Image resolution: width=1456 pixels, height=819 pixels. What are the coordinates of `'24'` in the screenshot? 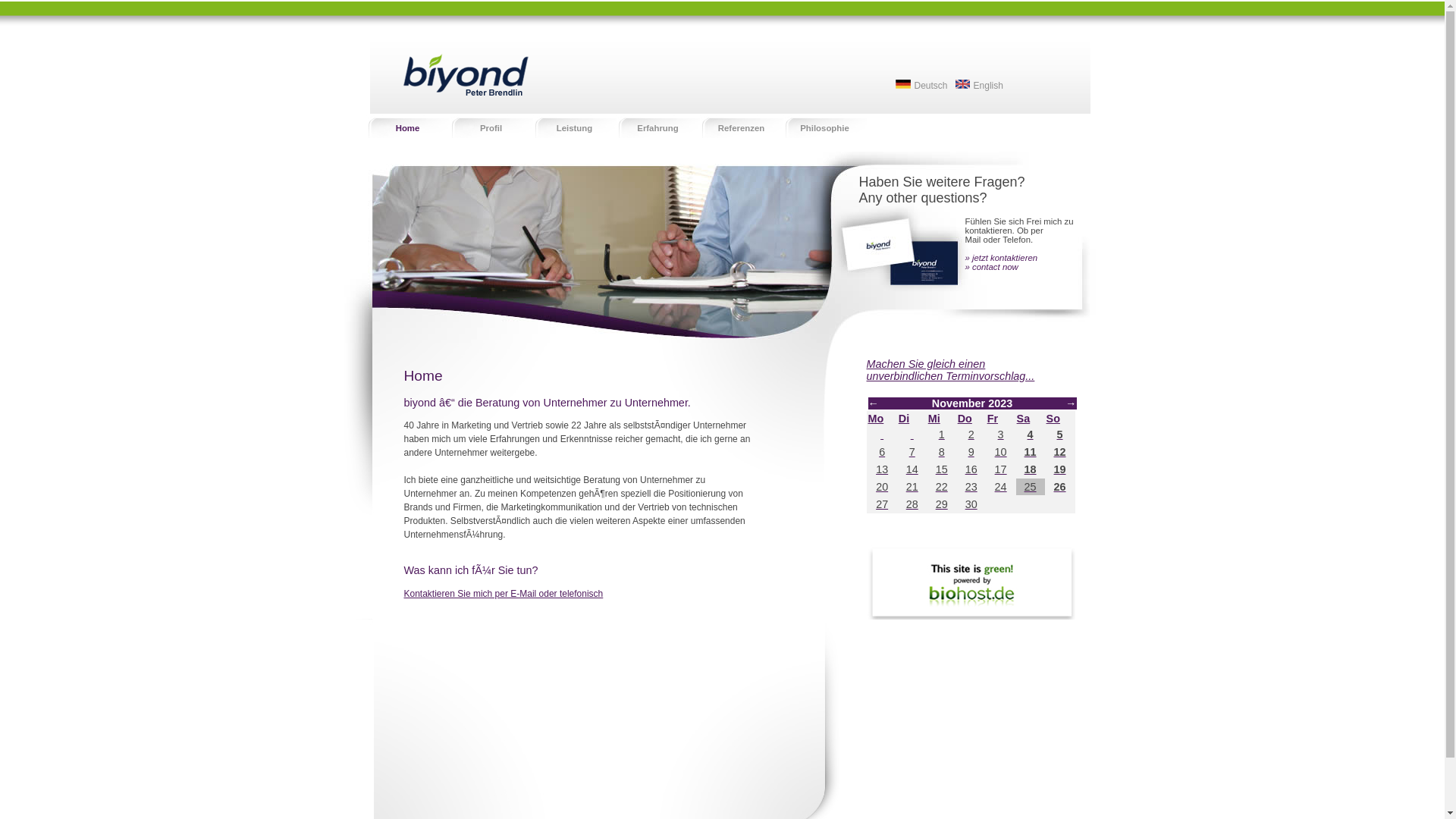 It's located at (1001, 486).